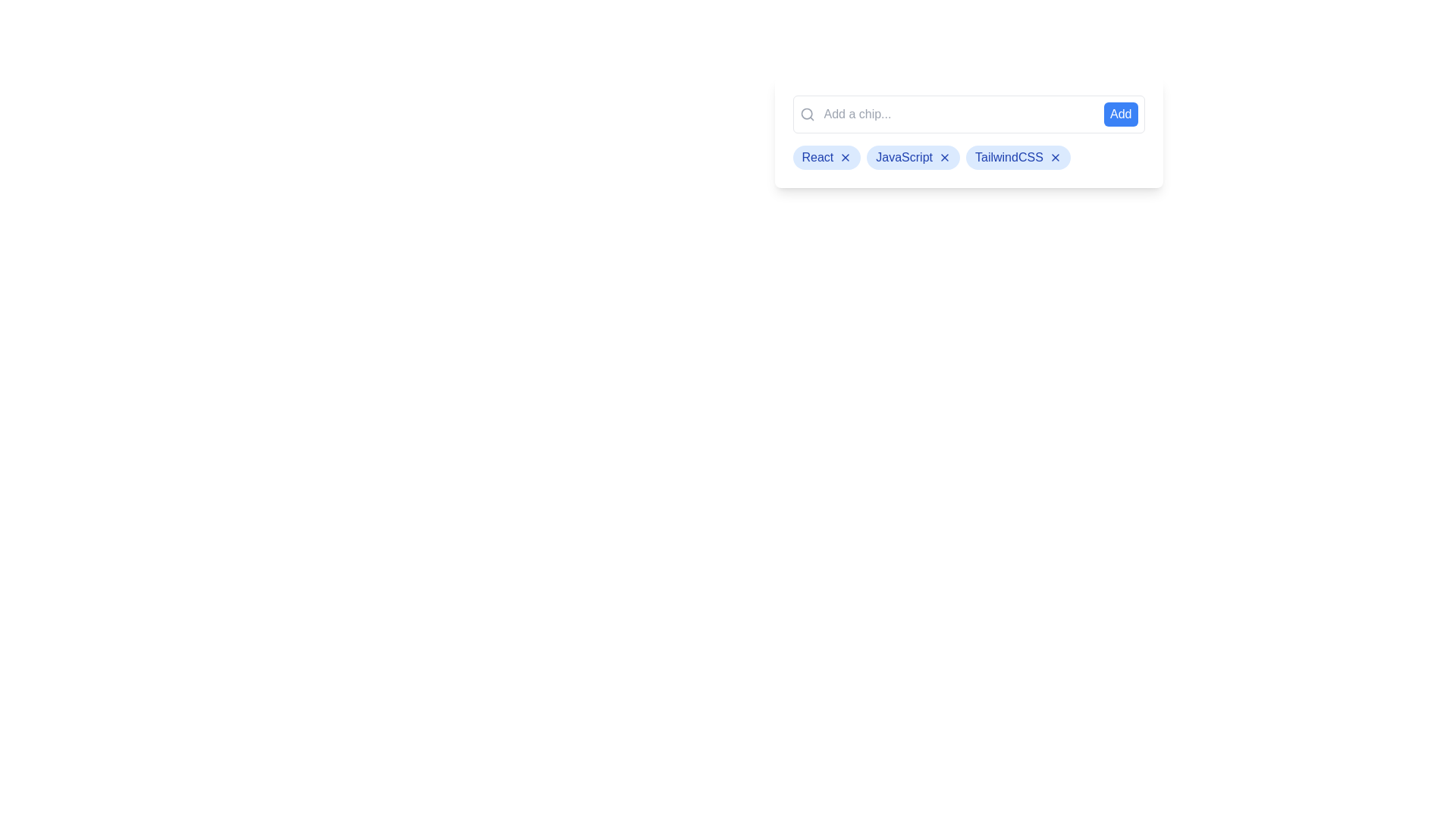 The image size is (1456, 819). I want to click on the chip labeled React, so click(826, 158).